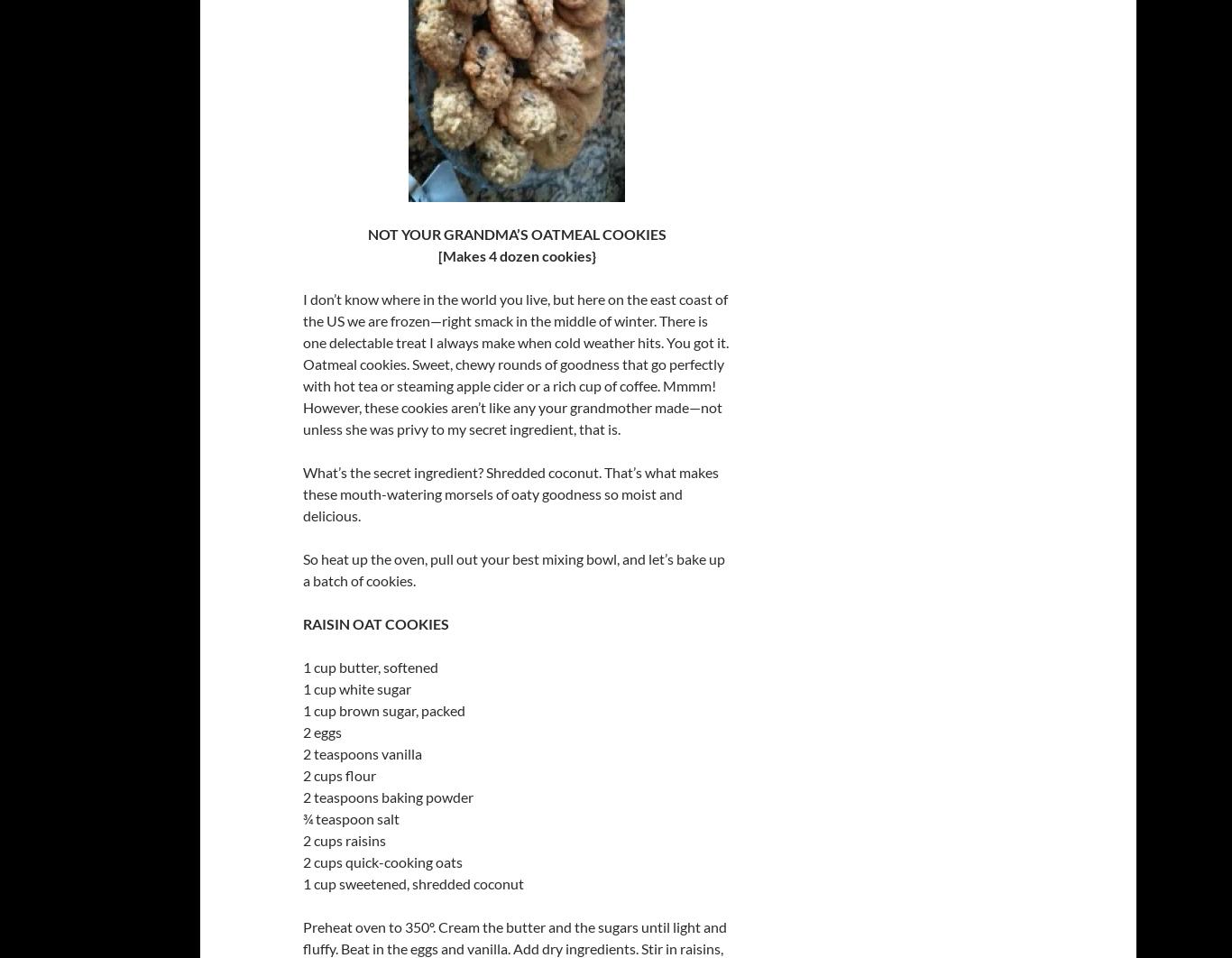 This screenshot has height=958, width=1232. What do you see at coordinates (510, 493) in the screenshot?
I see `'What’s the secret ingredient? Shredded coconut. That’s what makes these mouth-watering morsels of oaty goodness so moist and delicious.'` at bounding box center [510, 493].